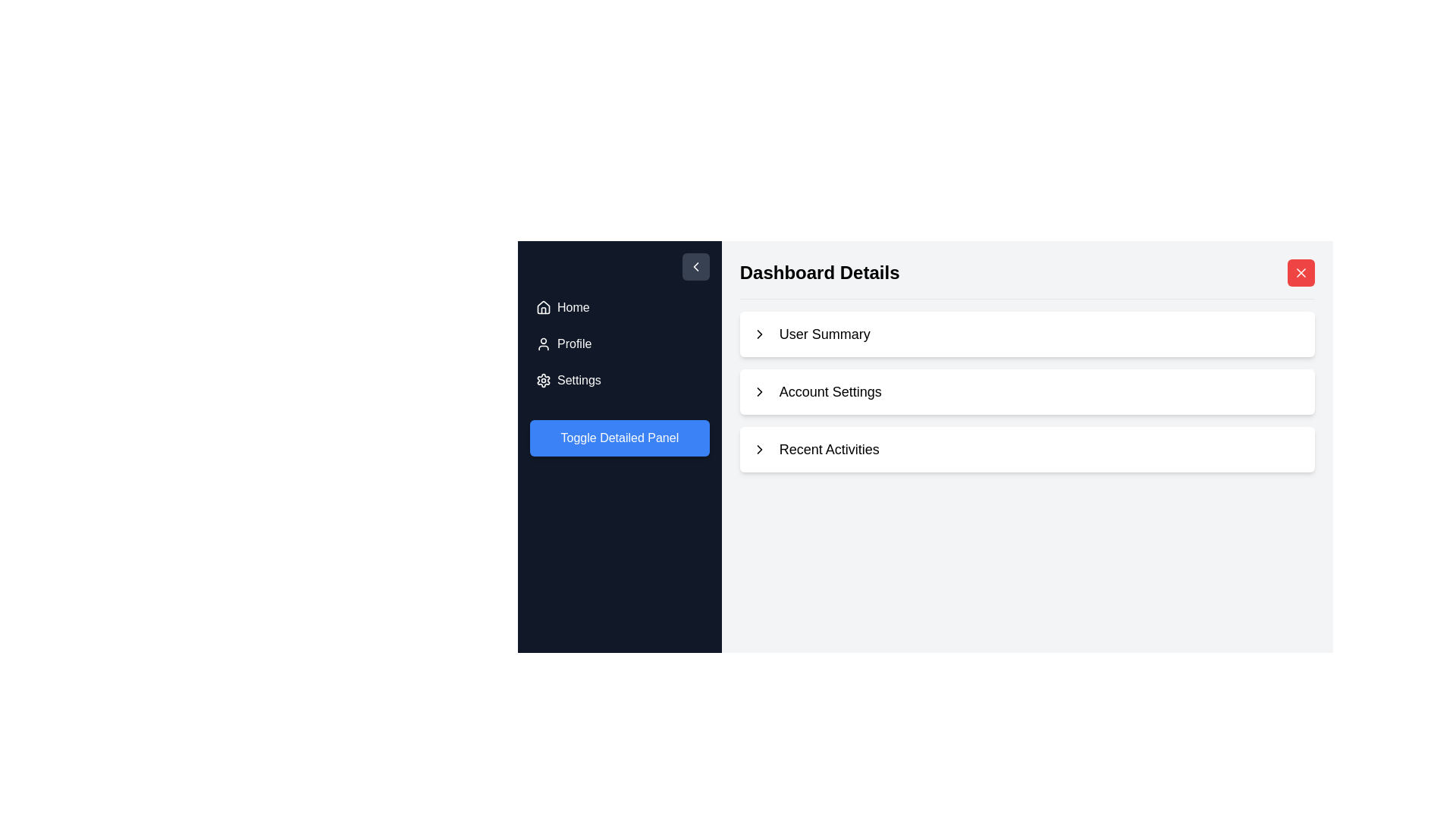 The image size is (1456, 819). What do you see at coordinates (543, 307) in the screenshot?
I see `the 'Home' icon in the vertical navigation menu` at bounding box center [543, 307].